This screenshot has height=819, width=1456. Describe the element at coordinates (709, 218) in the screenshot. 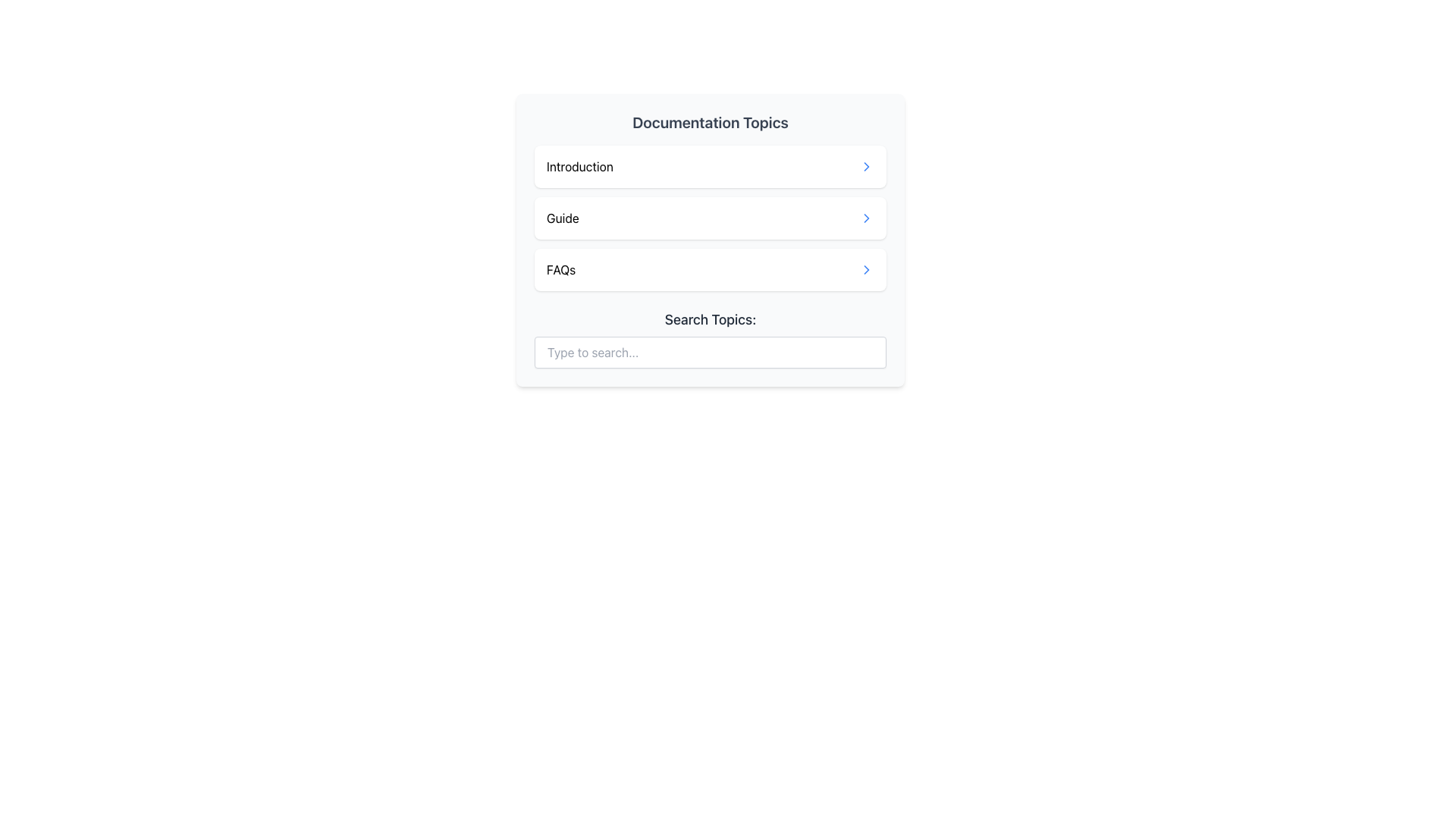

I see `the interactive link button labeled 'Guide'` at that location.